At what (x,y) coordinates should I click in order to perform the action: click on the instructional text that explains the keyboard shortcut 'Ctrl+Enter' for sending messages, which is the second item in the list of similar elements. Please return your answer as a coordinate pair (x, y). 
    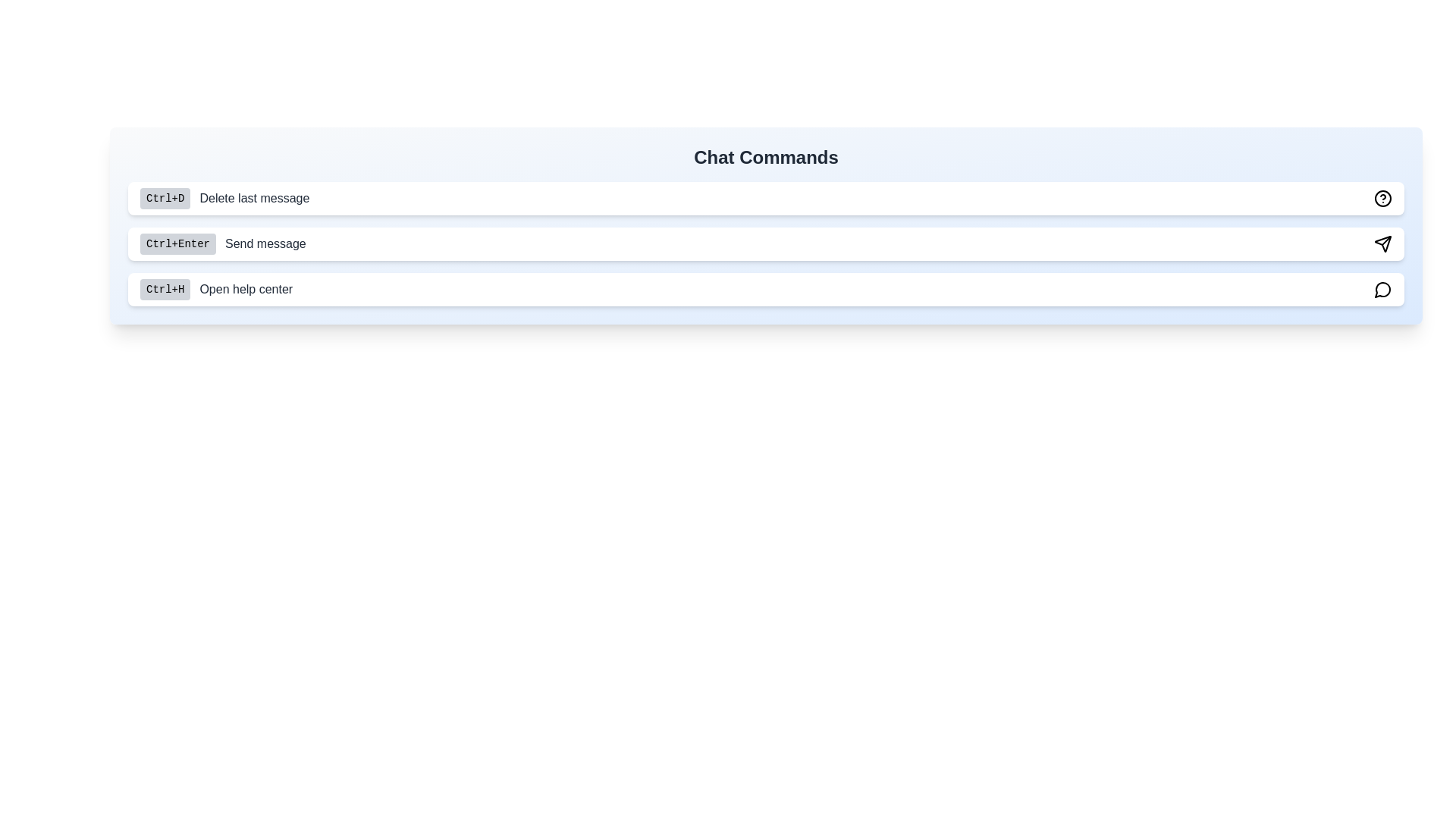
    Looking at the image, I should click on (222, 243).